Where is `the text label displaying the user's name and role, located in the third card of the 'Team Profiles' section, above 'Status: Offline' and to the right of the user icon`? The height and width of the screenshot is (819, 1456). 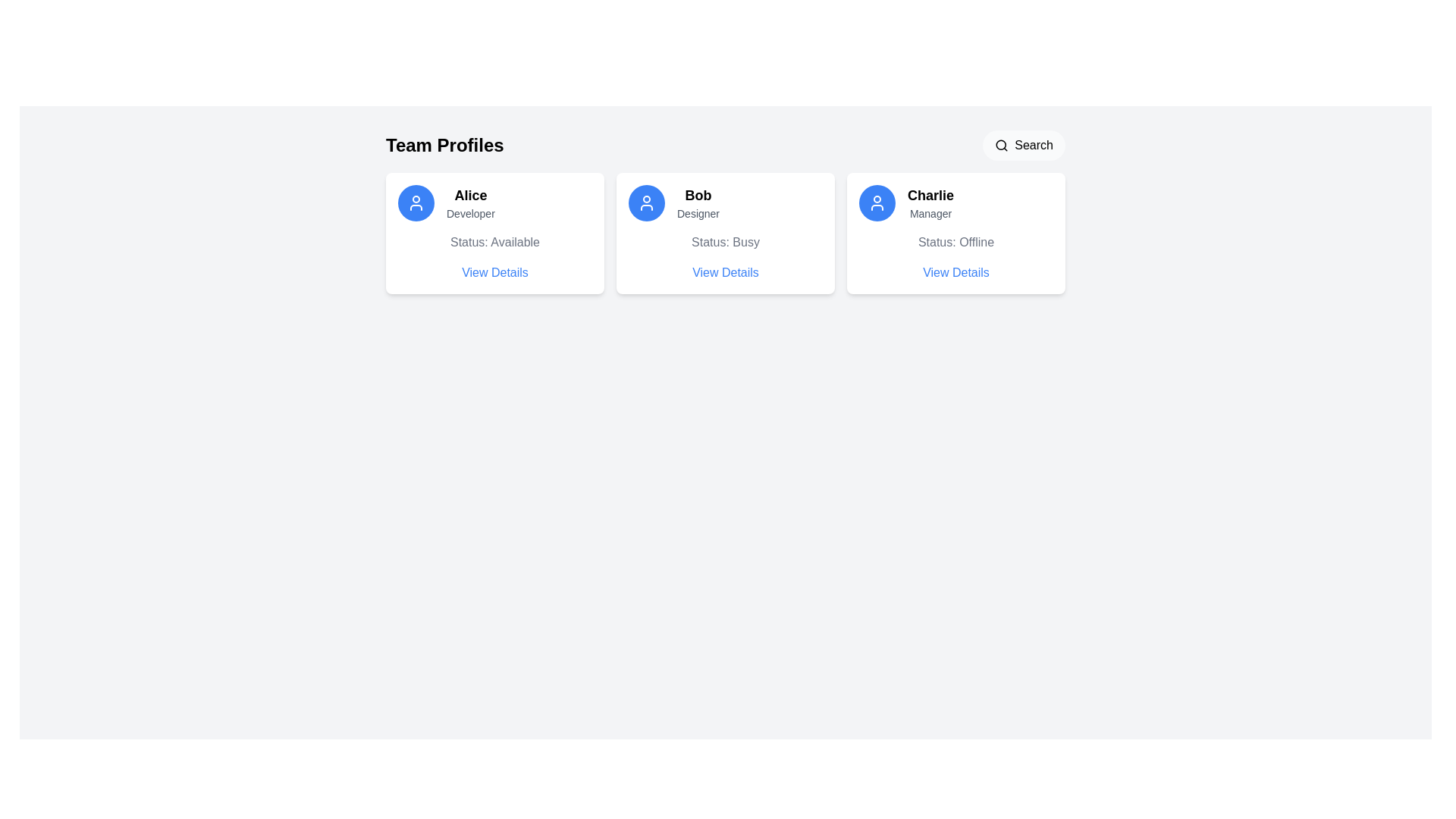 the text label displaying the user's name and role, located in the third card of the 'Team Profiles' section, above 'Status: Offline' and to the right of the user icon is located at coordinates (930, 202).